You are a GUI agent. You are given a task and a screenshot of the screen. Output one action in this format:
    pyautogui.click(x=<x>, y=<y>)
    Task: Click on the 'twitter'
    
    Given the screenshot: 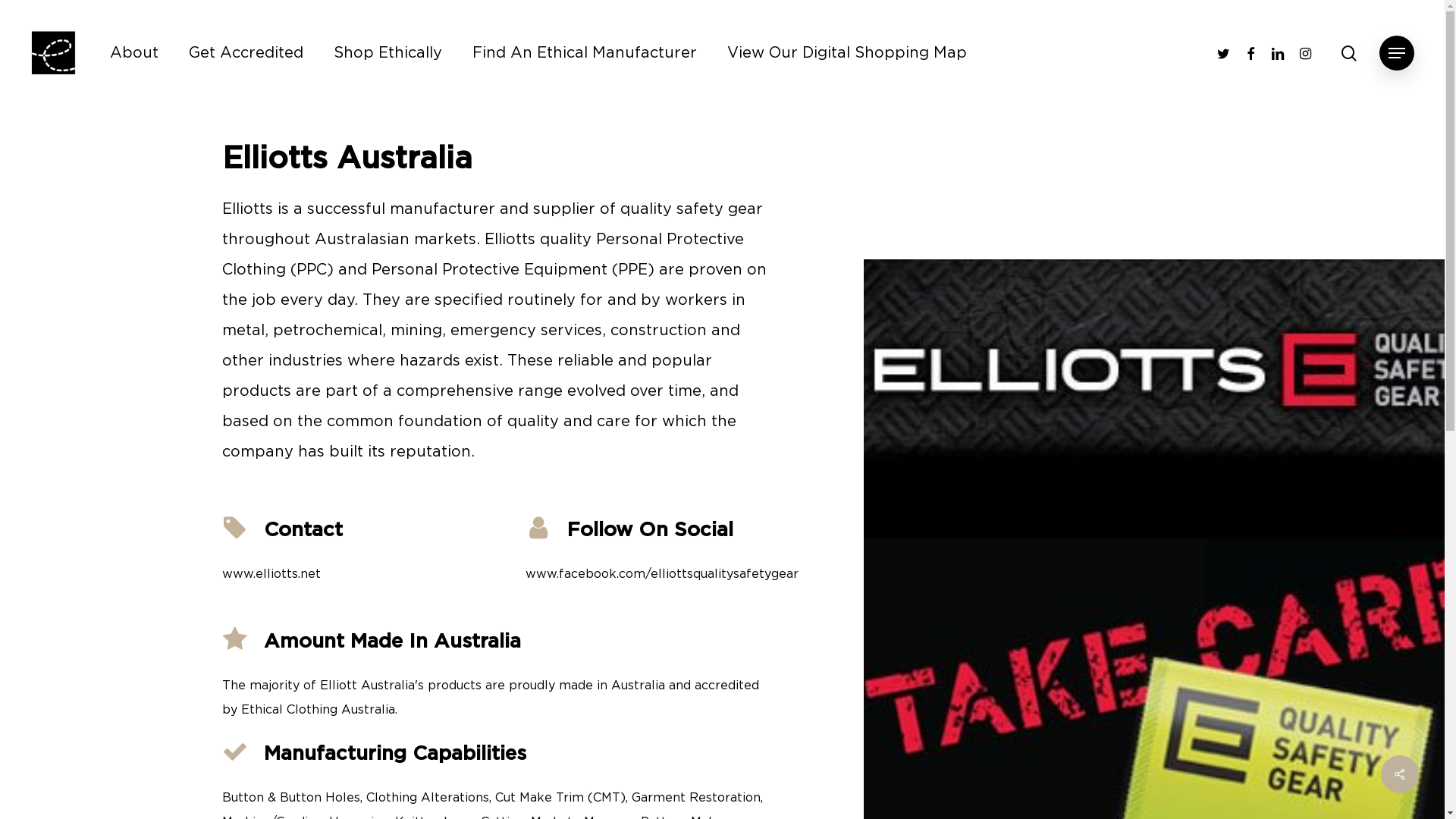 What is the action you would take?
    pyautogui.click(x=1222, y=52)
    